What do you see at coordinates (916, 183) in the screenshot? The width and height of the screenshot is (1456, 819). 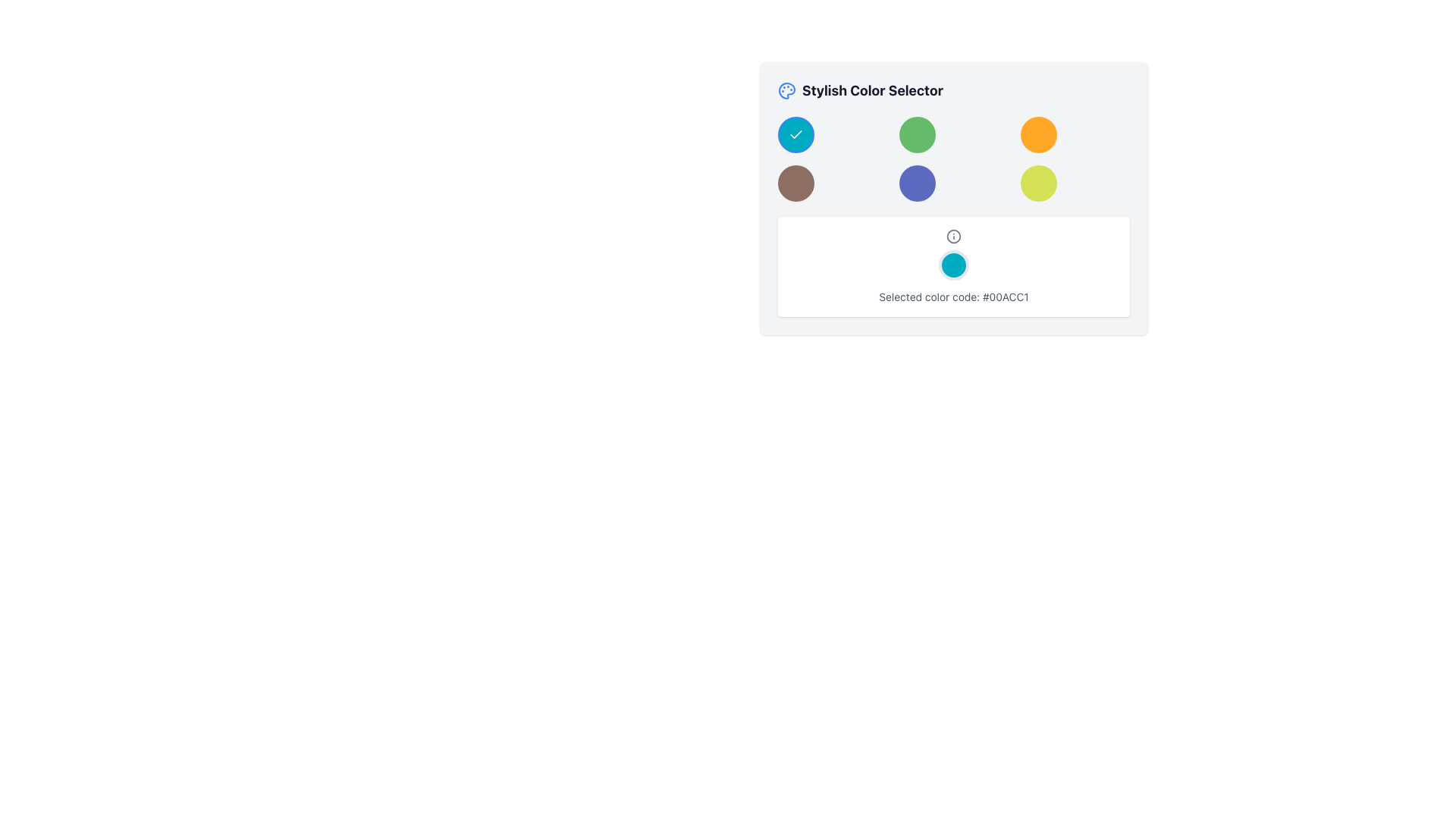 I see `the color selection button located in the bottom row of a 3x3 grid layout, specifically in the second column from the left, which is adjacent to a brown button on the left and a yellow button on the right` at bounding box center [916, 183].